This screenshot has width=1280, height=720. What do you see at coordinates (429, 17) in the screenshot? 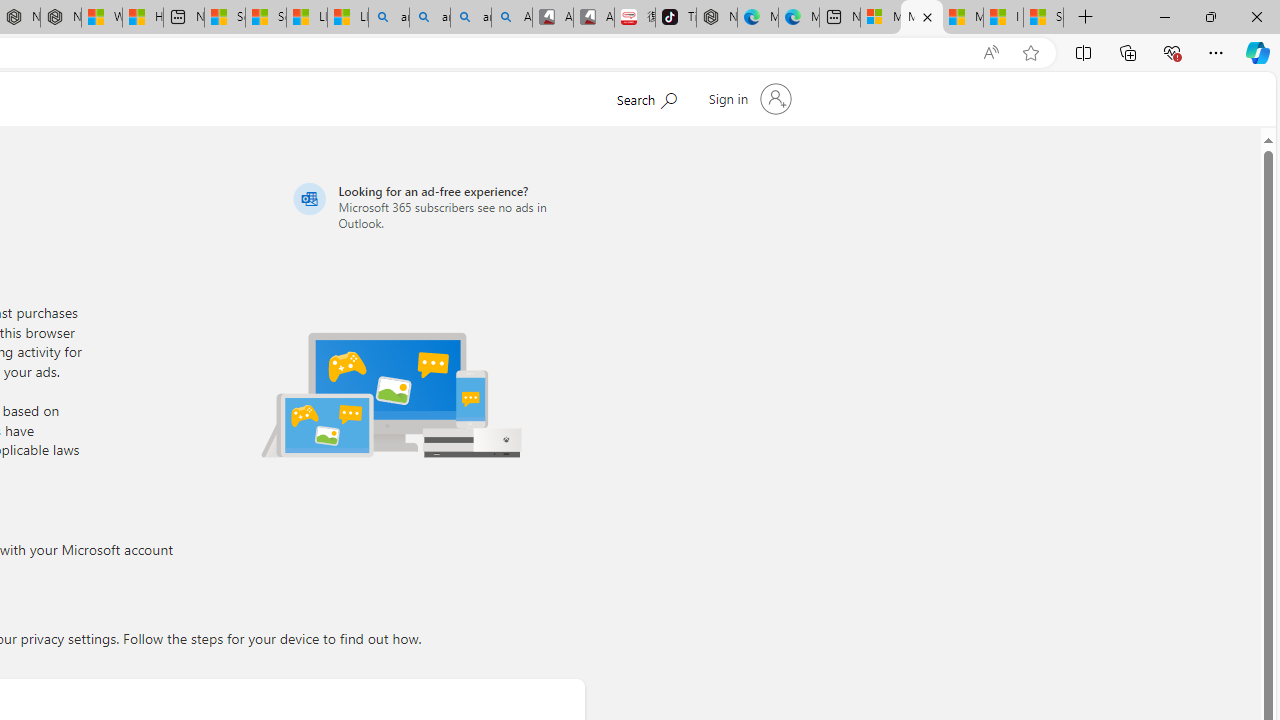
I see `'amazon - Search'` at bounding box center [429, 17].